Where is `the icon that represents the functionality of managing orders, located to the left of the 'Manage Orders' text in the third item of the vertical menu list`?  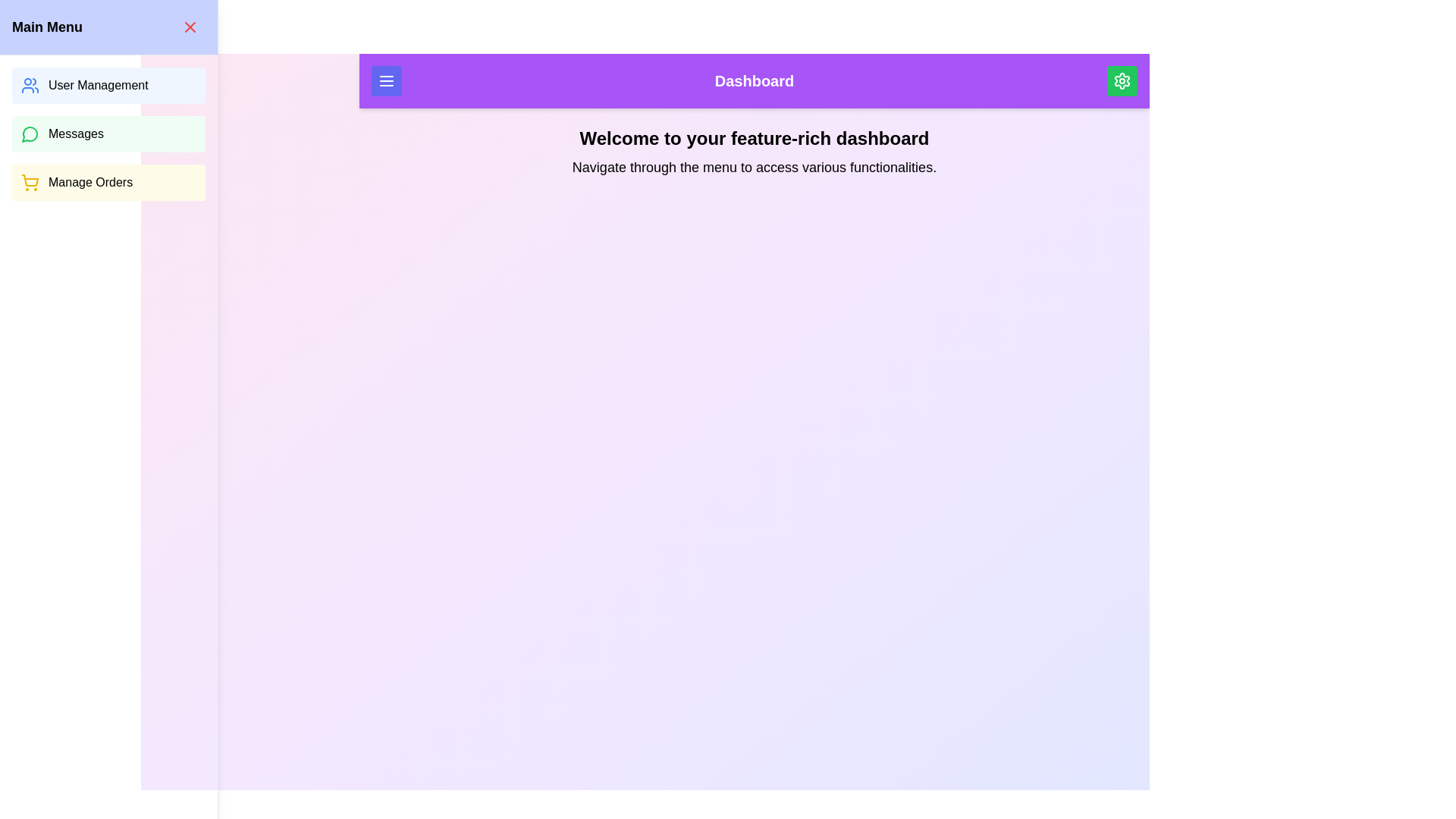 the icon that represents the functionality of managing orders, located to the left of the 'Manage Orders' text in the third item of the vertical menu list is located at coordinates (30, 181).